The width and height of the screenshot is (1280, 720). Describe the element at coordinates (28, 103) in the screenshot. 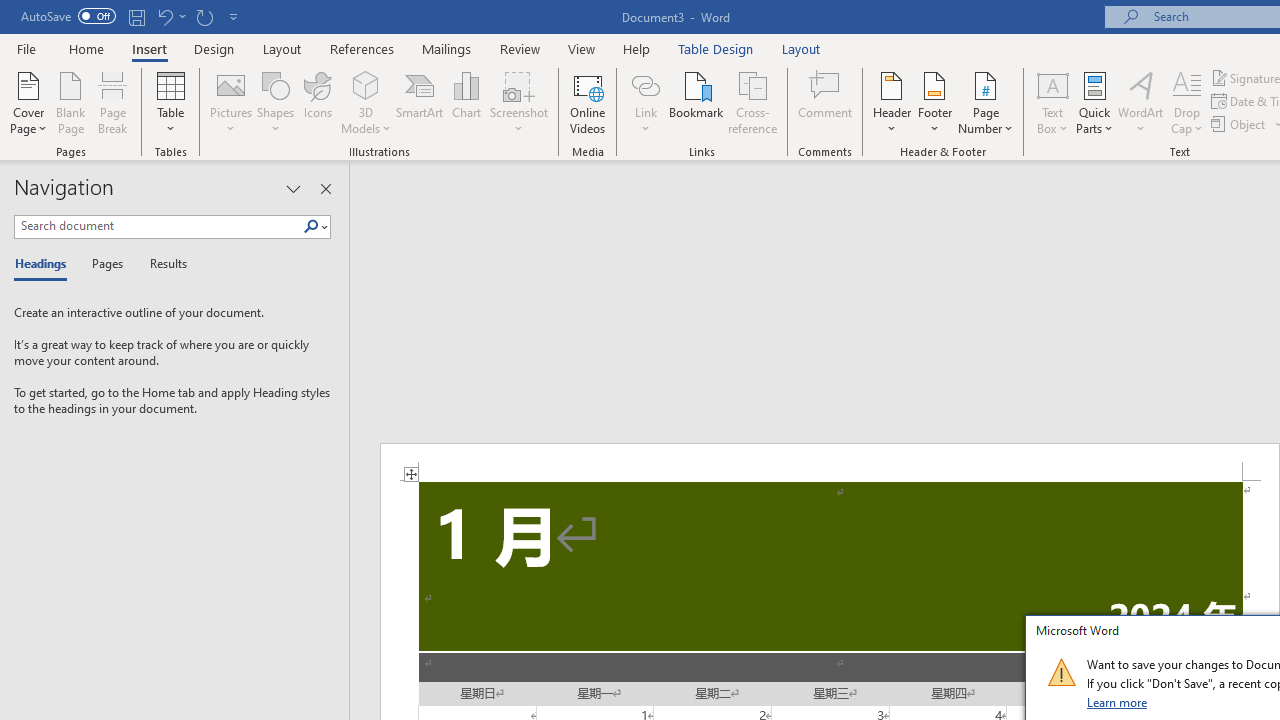

I see `'Cover Page'` at that location.